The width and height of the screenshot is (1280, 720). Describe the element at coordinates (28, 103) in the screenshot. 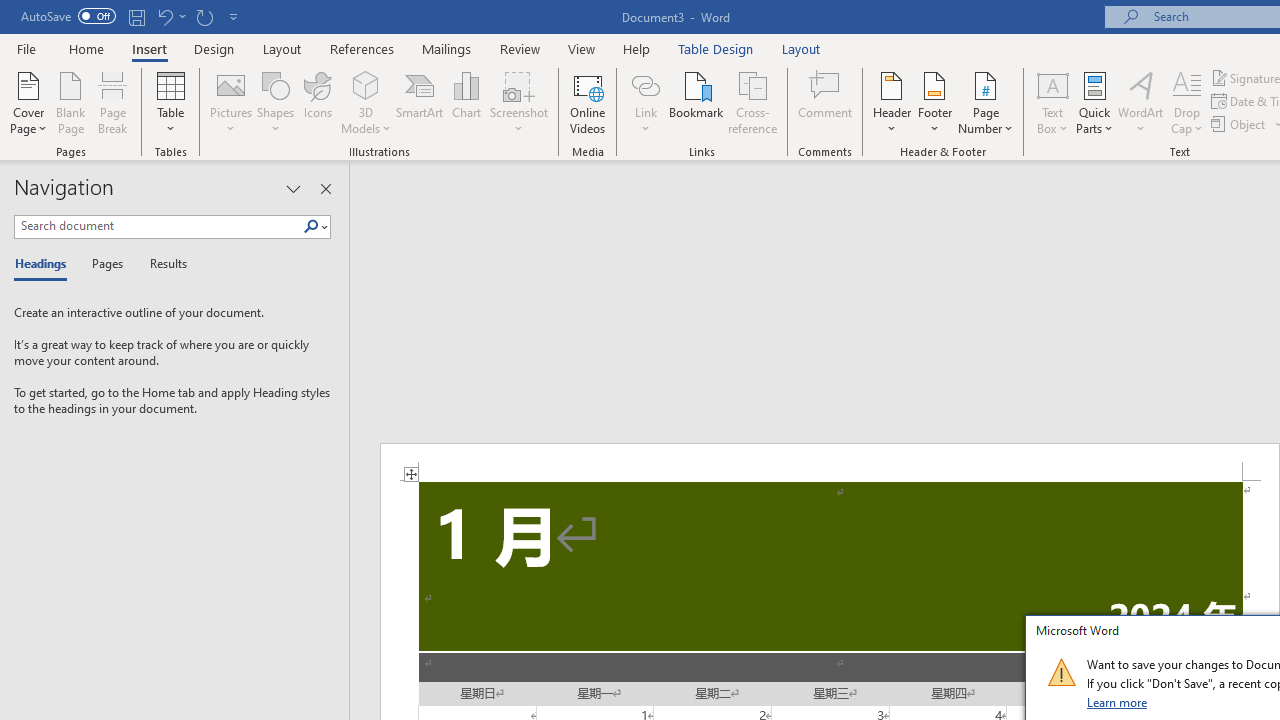

I see `'Cover Page'` at that location.